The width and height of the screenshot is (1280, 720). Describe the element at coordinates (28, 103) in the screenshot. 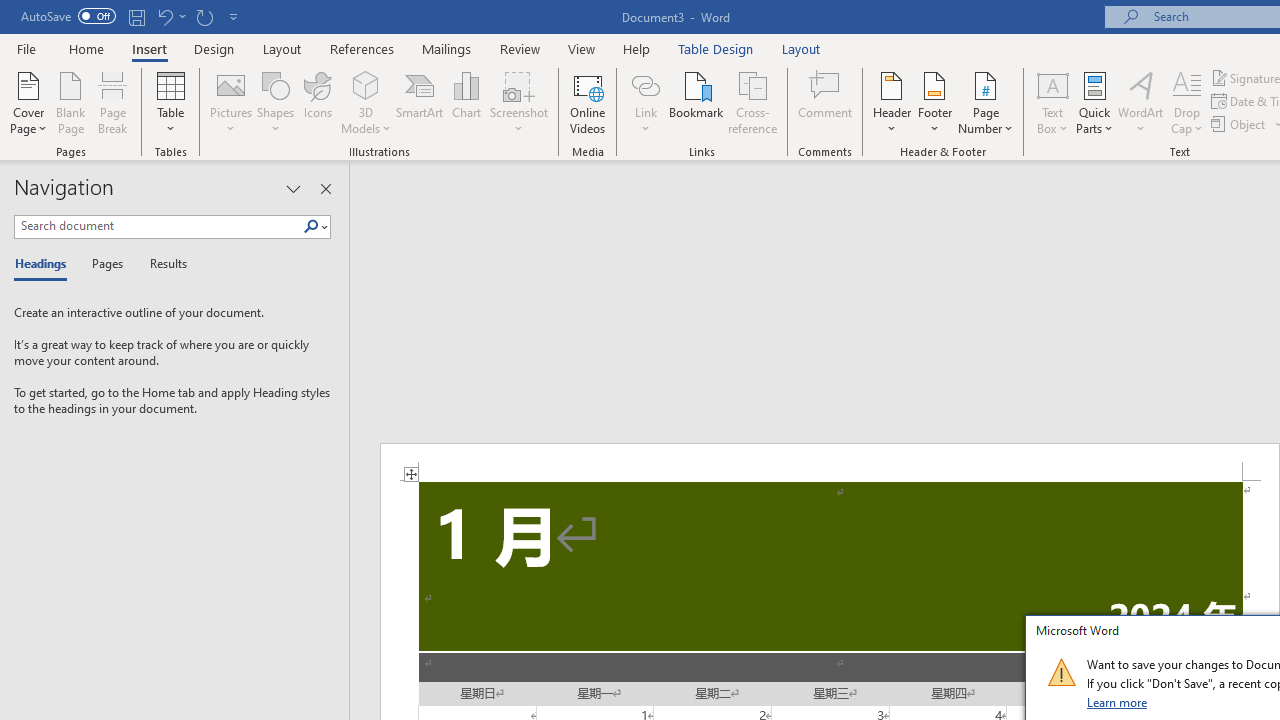

I see `'Cover Page'` at that location.